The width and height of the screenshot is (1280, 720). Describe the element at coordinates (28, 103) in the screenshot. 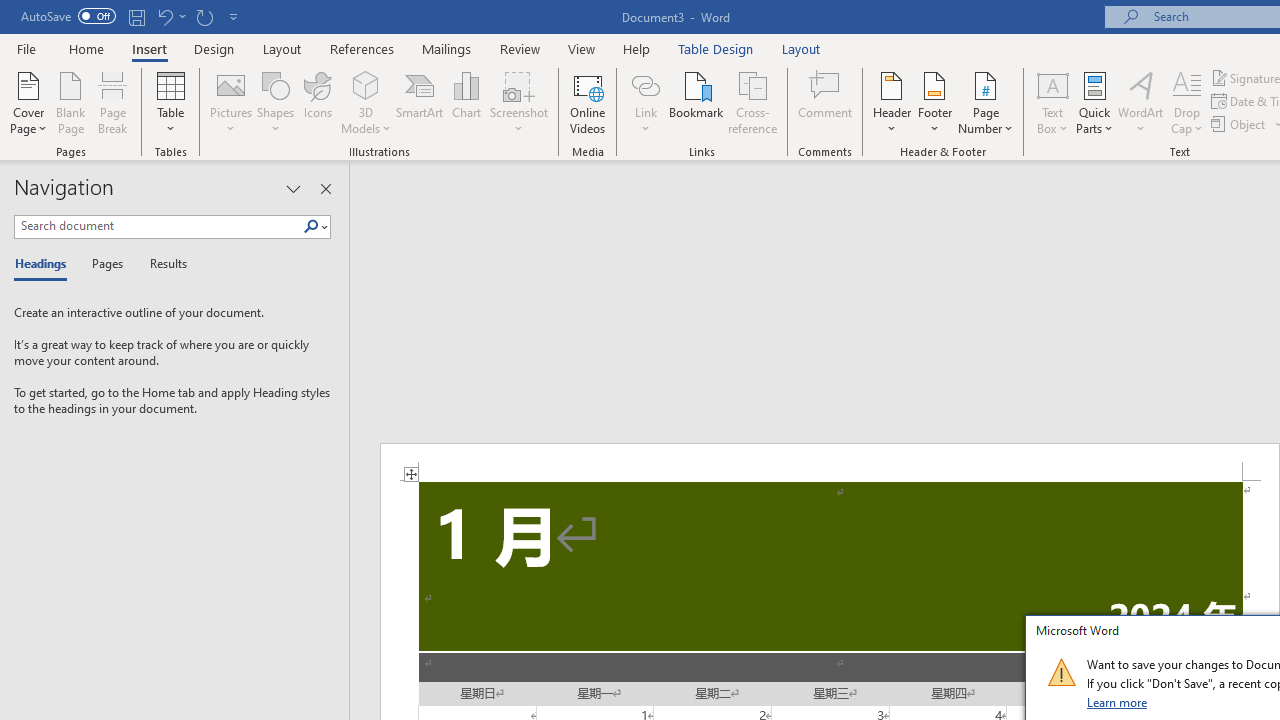

I see `'Cover Page'` at that location.